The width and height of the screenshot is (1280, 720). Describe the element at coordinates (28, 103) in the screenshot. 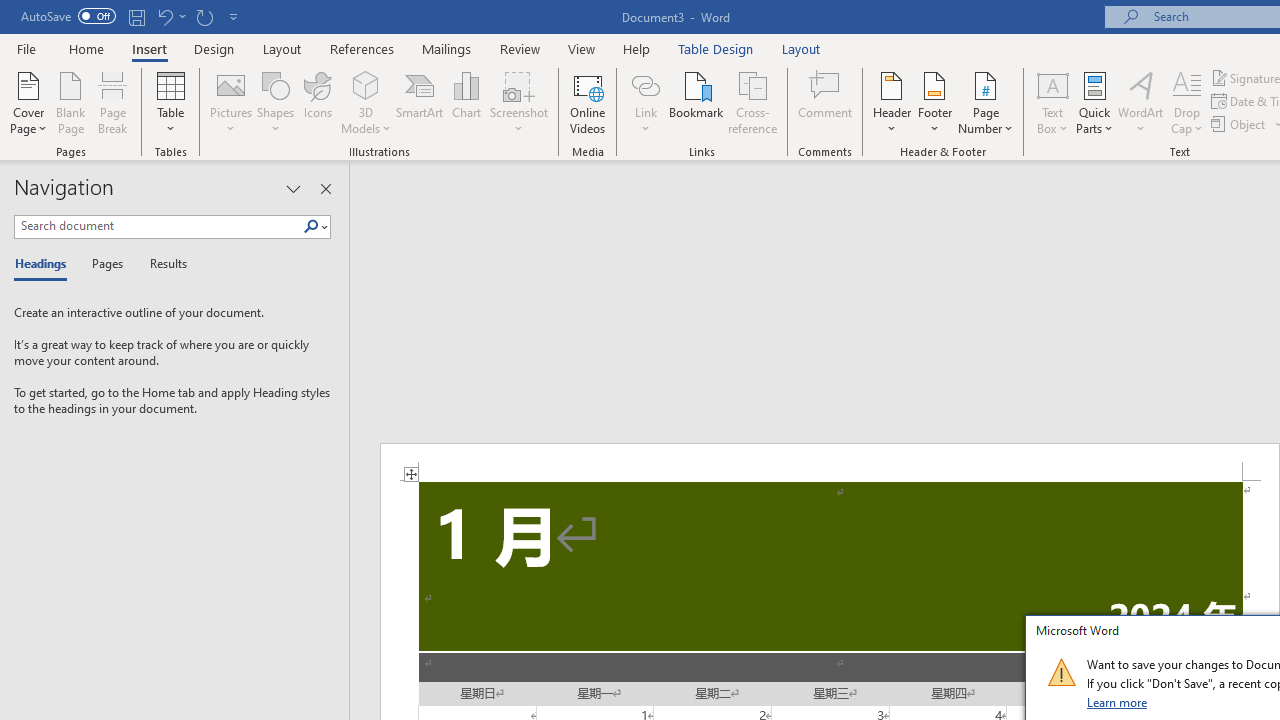

I see `'Cover Page'` at that location.